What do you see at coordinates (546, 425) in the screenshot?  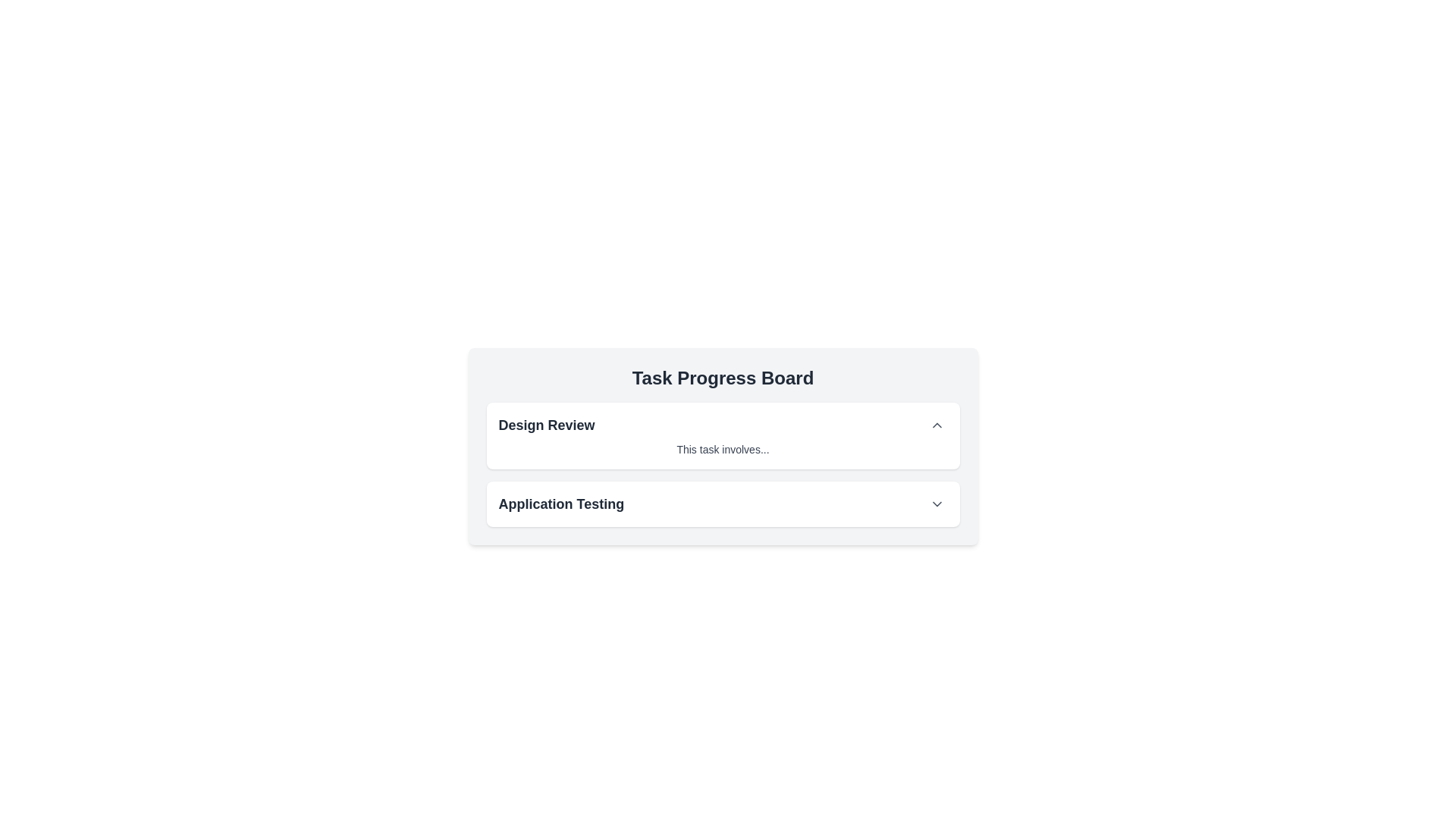 I see `the 'Design Review' text label located in the top left area of the card` at bounding box center [546, 425].